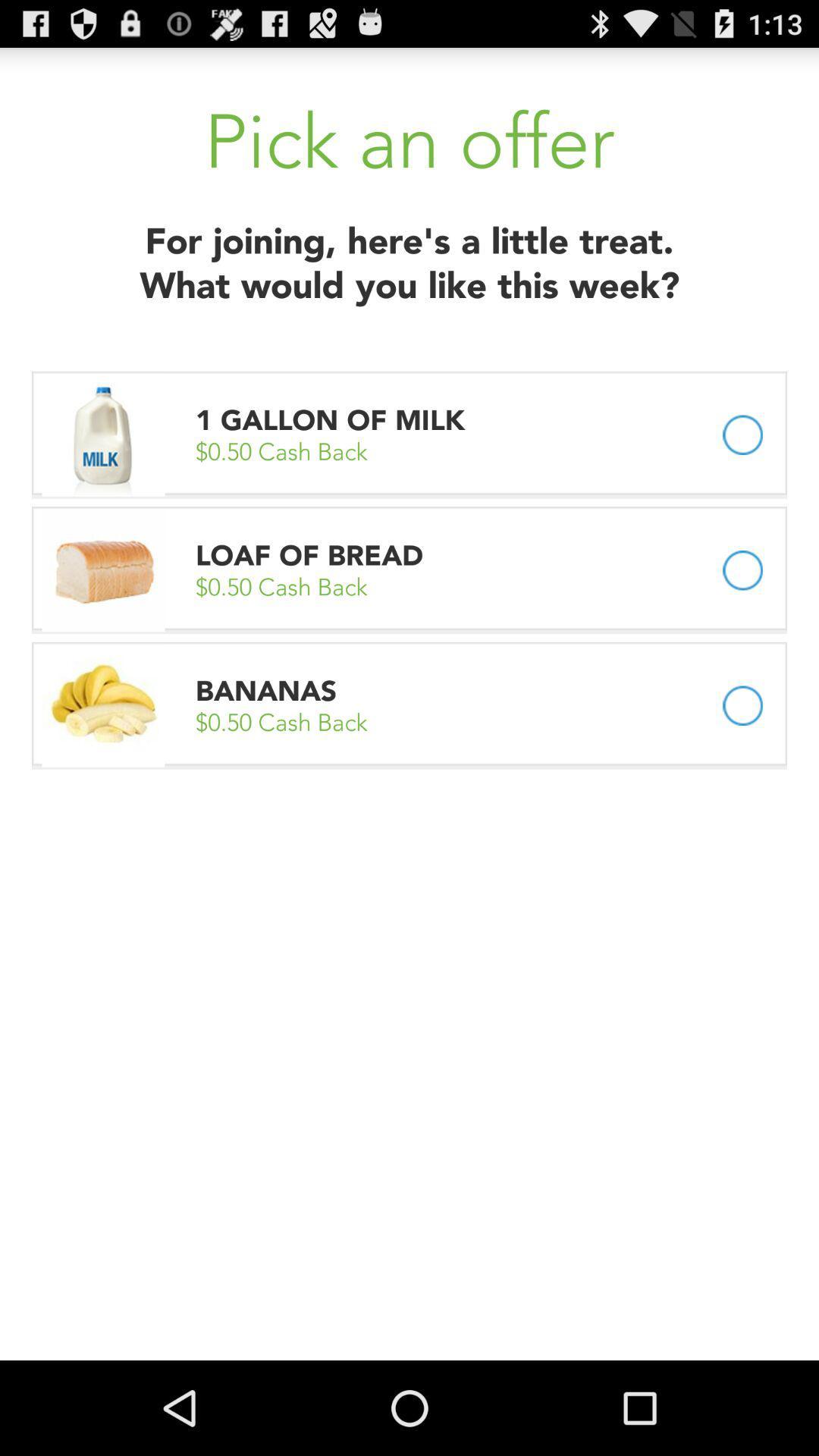 The width and height of the screenshot is (819, 1456). Describe the element at coordinates (333, 420) in the screenshot. I see `the 1 gallon of` at that location.